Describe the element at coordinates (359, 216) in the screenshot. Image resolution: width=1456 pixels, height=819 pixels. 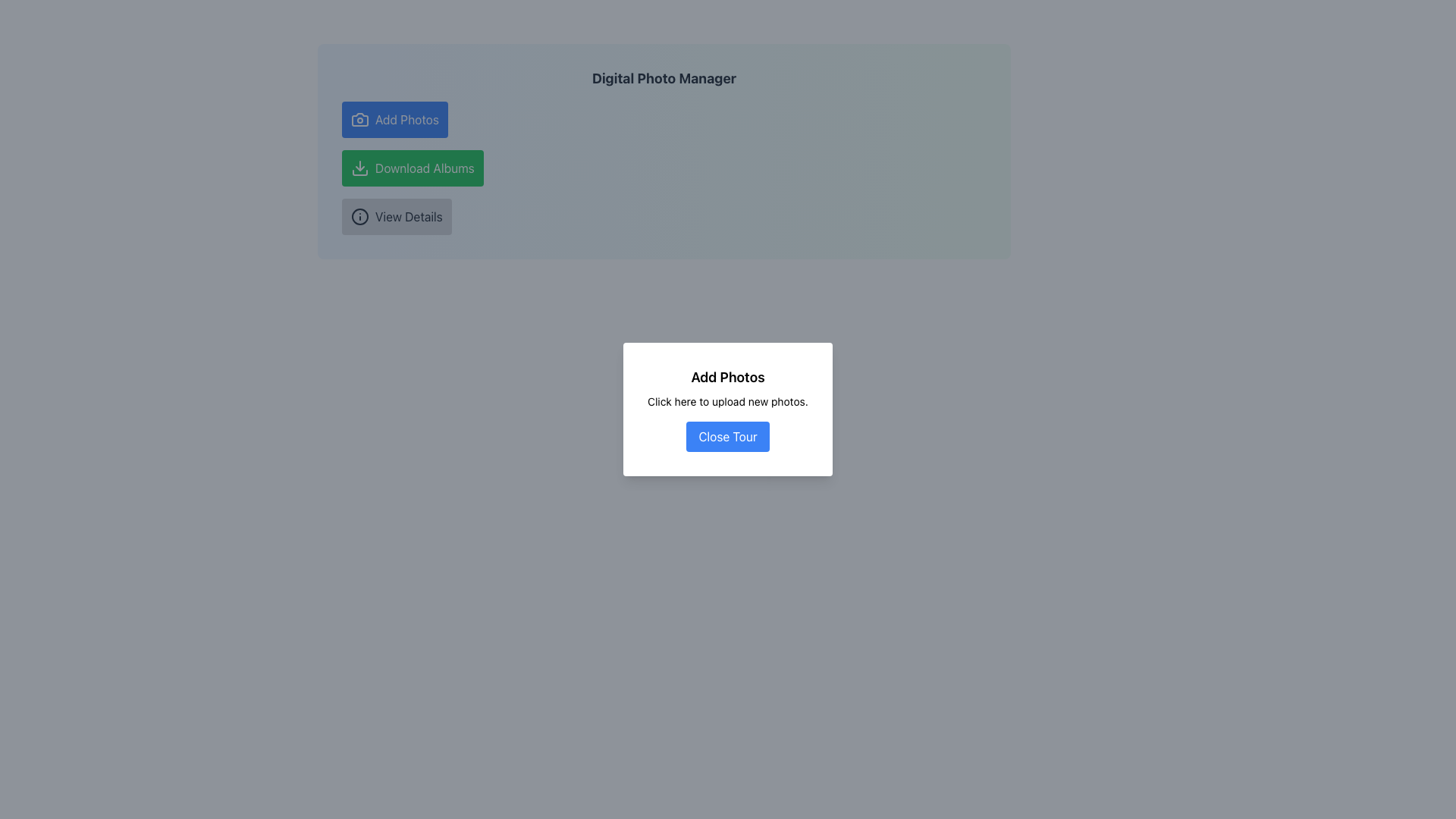
I see `the circular shape within the SVG icon that represents the information symbol, located at the center of the 'View Details' button` at that location.